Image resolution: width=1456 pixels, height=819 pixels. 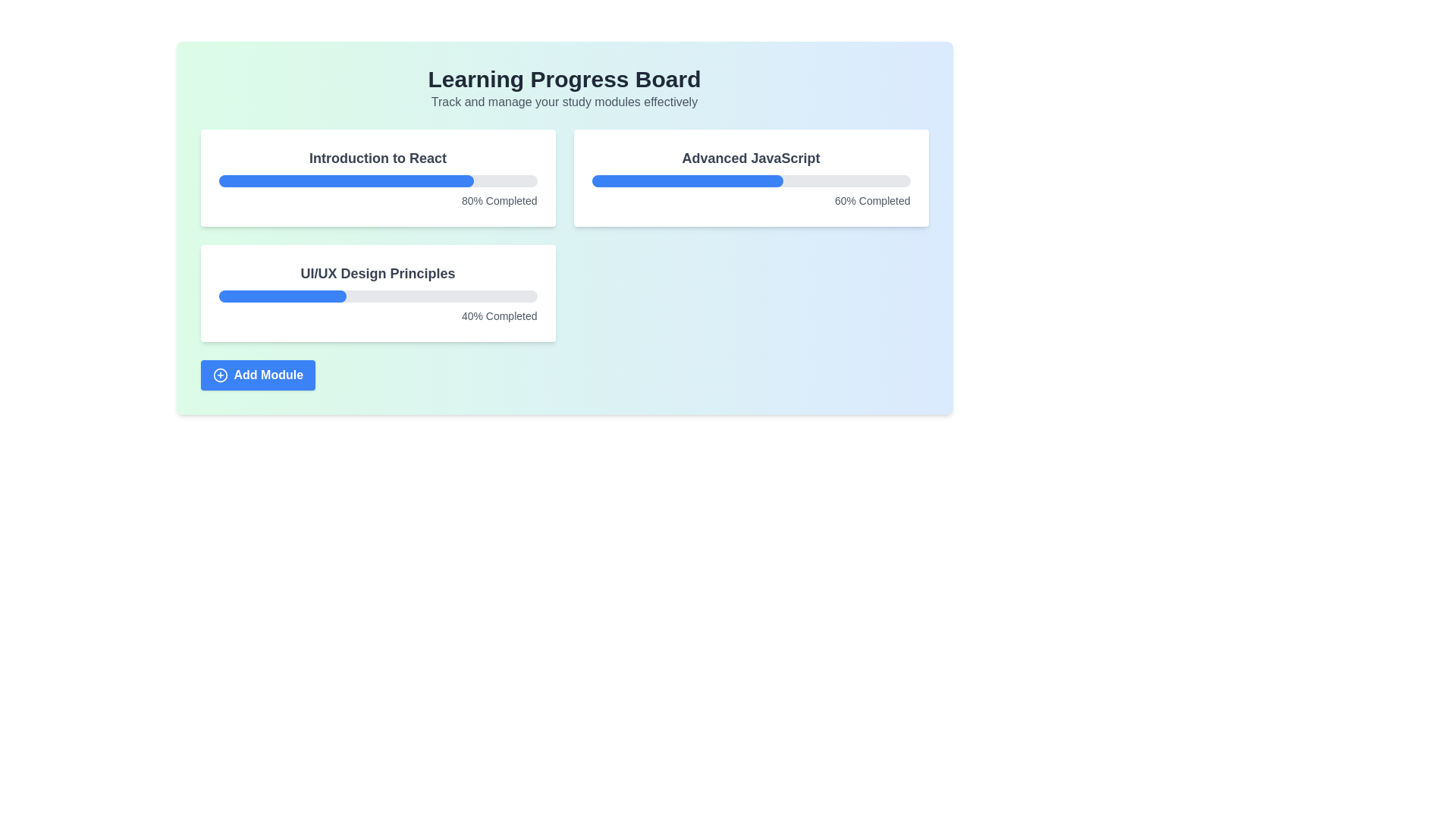 What do you see at coordinates (378, 274) in the screenshot?
I see `the bold text label displaying 'UI/UX Design Principles' located at the top center of the white card` at bounding box center [378, 274].